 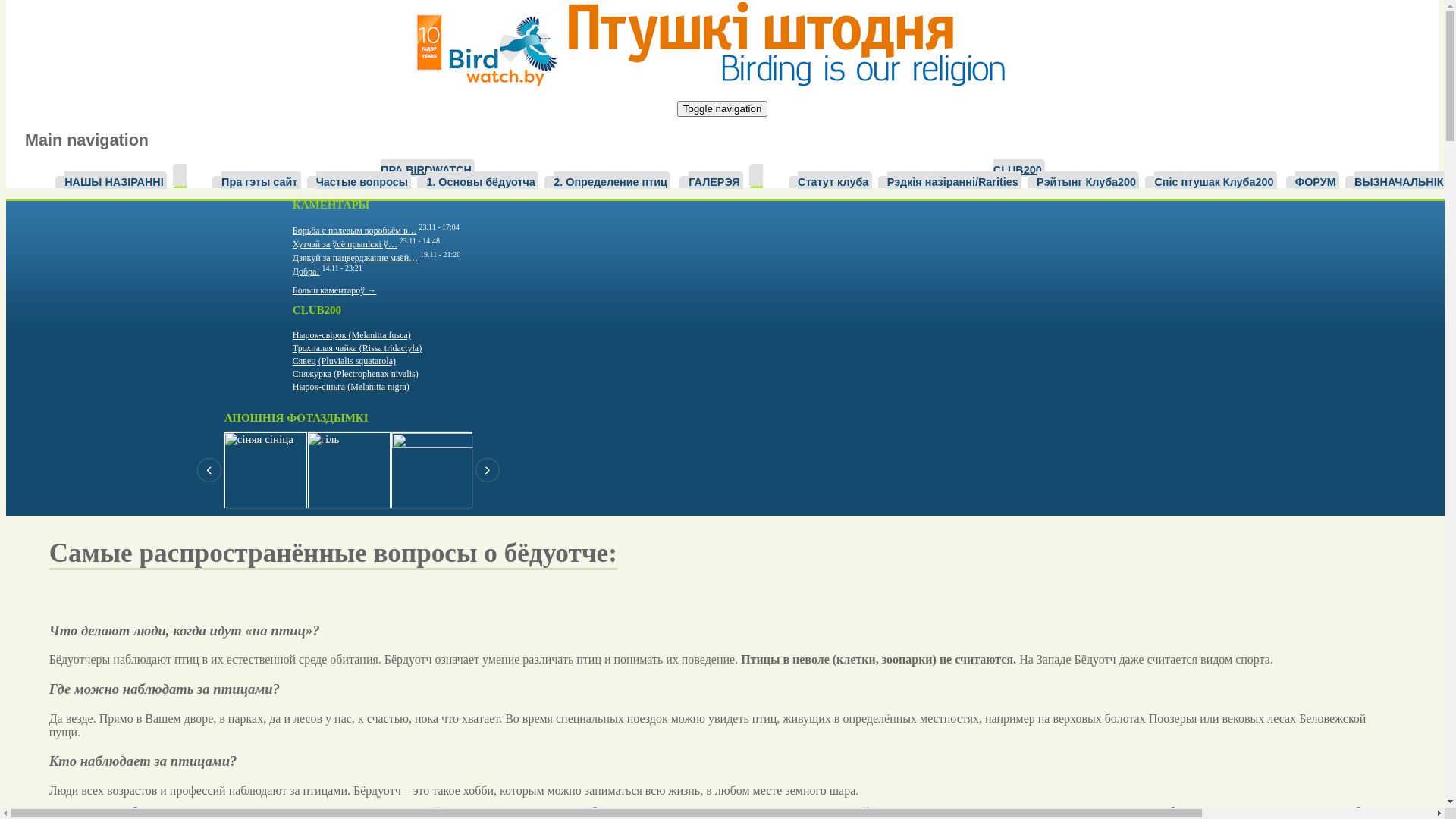 What do you see at coordinates (1019, 168) in the screenshot?
I see `'CLUB200'` at bounding box center [1019, 168].